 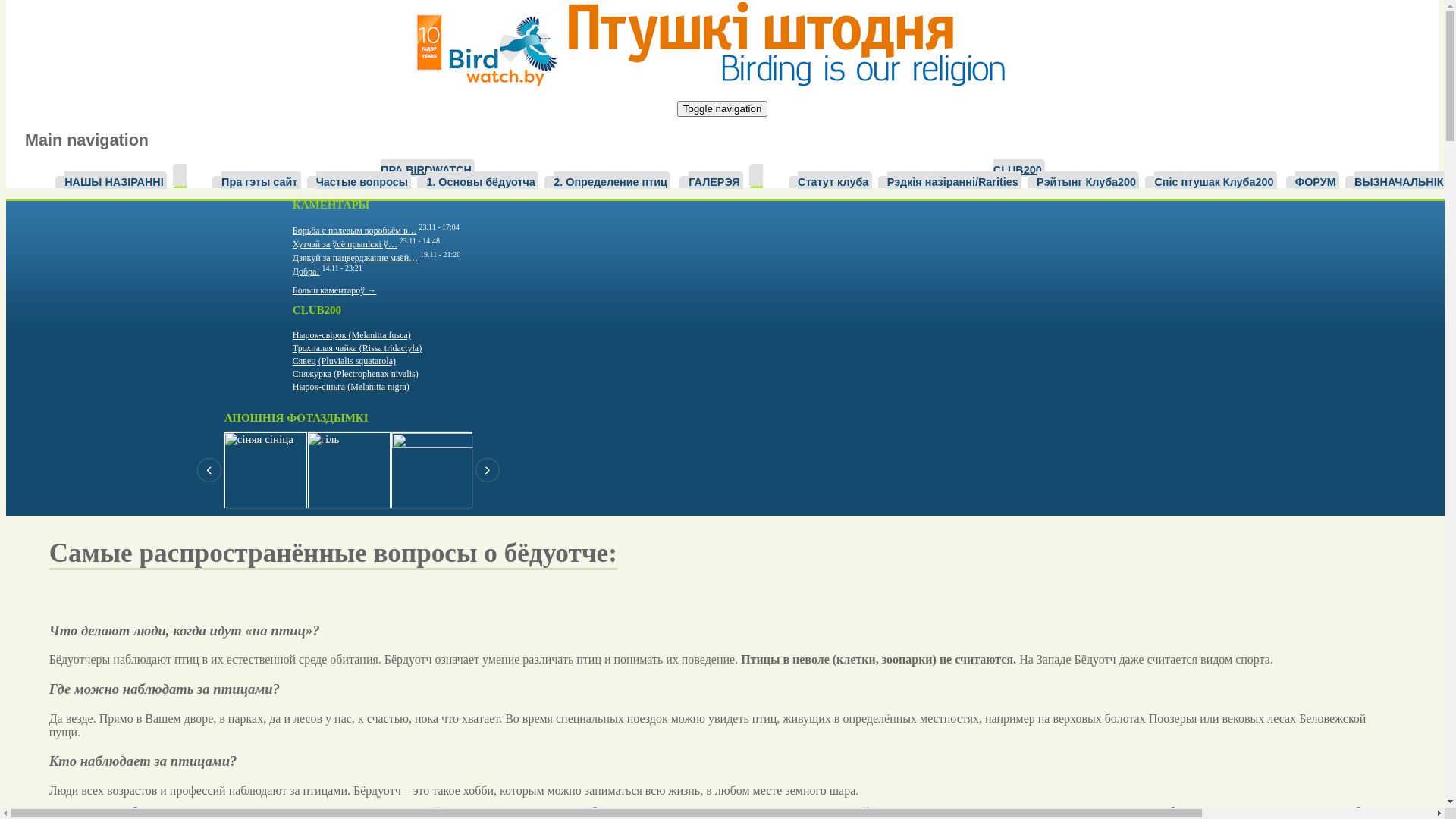 What do you see at coordinates (1019, 168) in the screenshot?
I see `'CLUB200'` at bounding box center [1019, 168].